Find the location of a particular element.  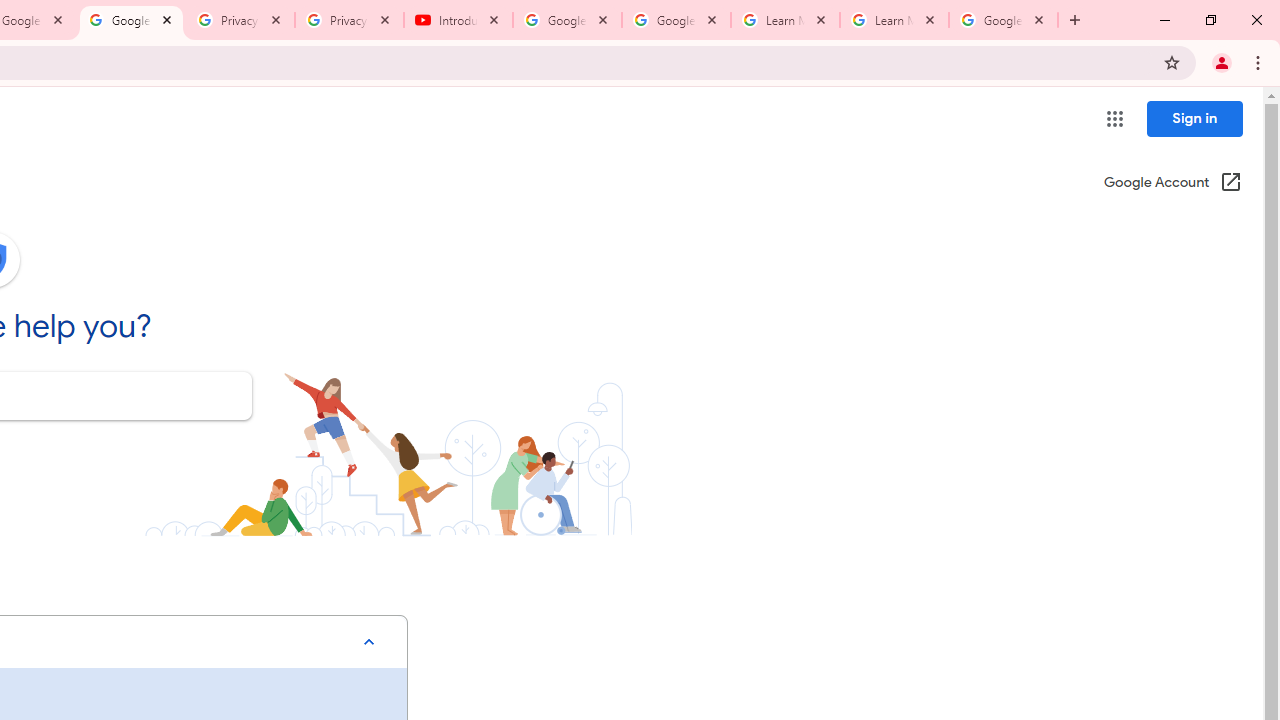

'Google Account Help' is located at coordinates (130, 20).